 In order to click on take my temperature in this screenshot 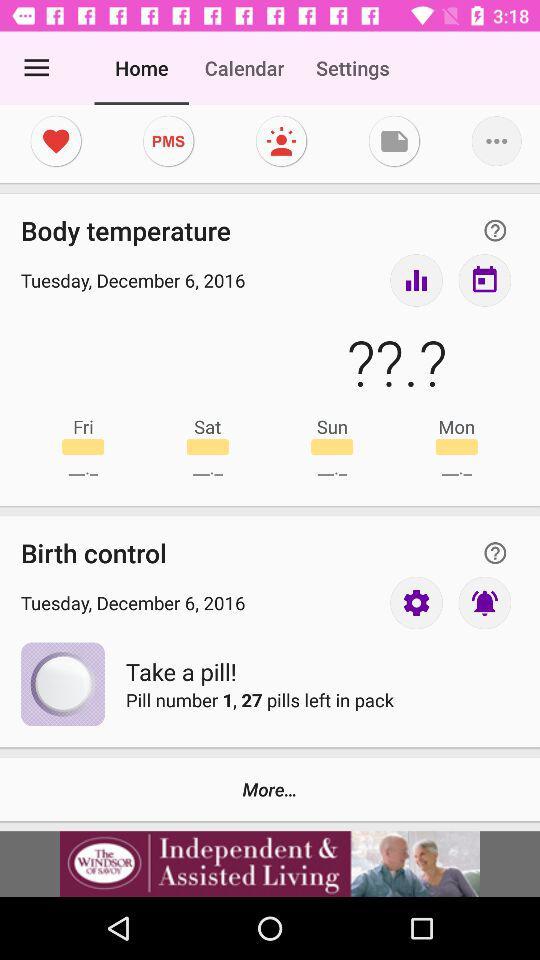, I will do `click(415, 279)`.